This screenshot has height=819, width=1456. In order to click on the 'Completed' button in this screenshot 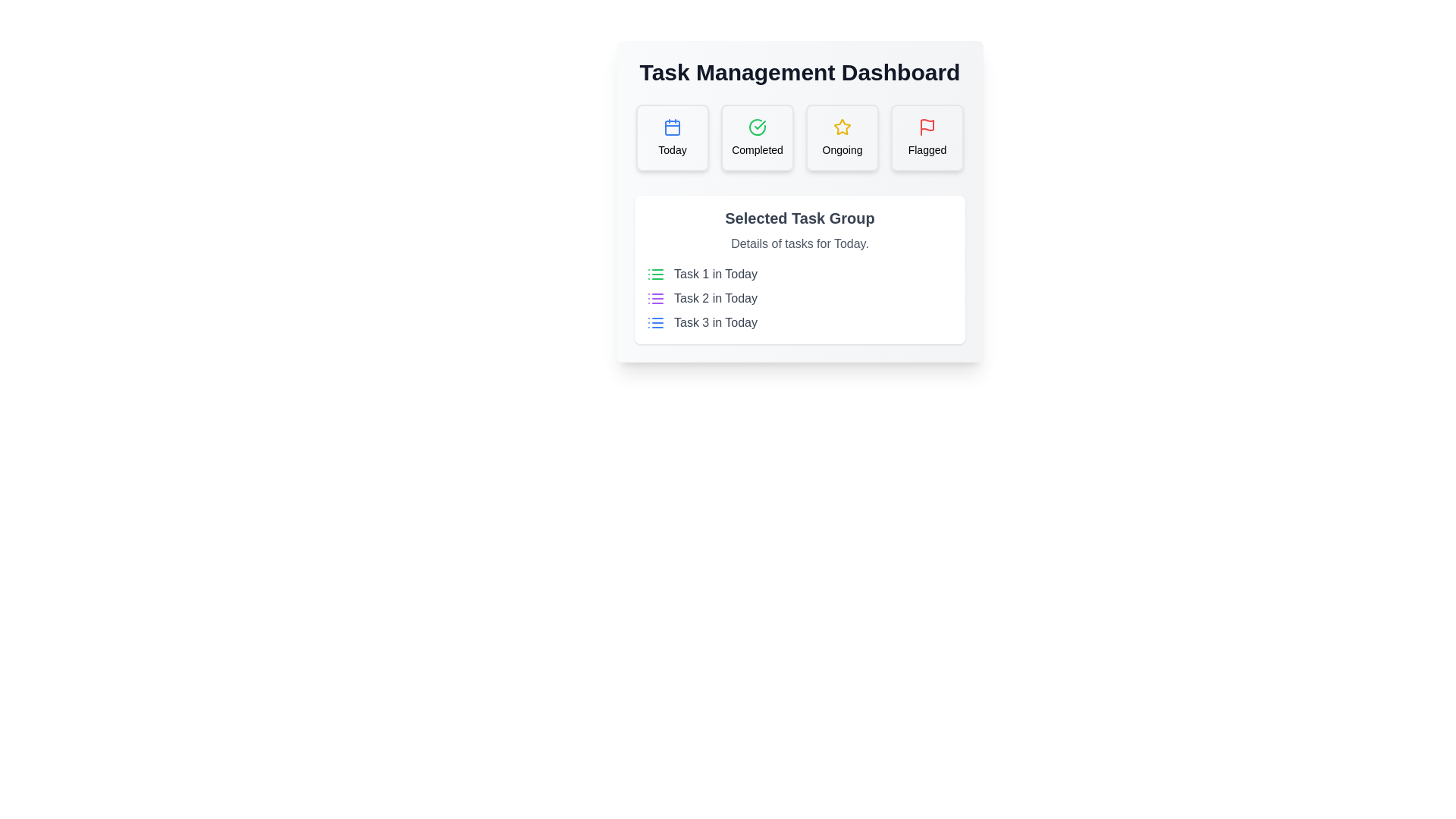, I will do `click(757, 137)`.